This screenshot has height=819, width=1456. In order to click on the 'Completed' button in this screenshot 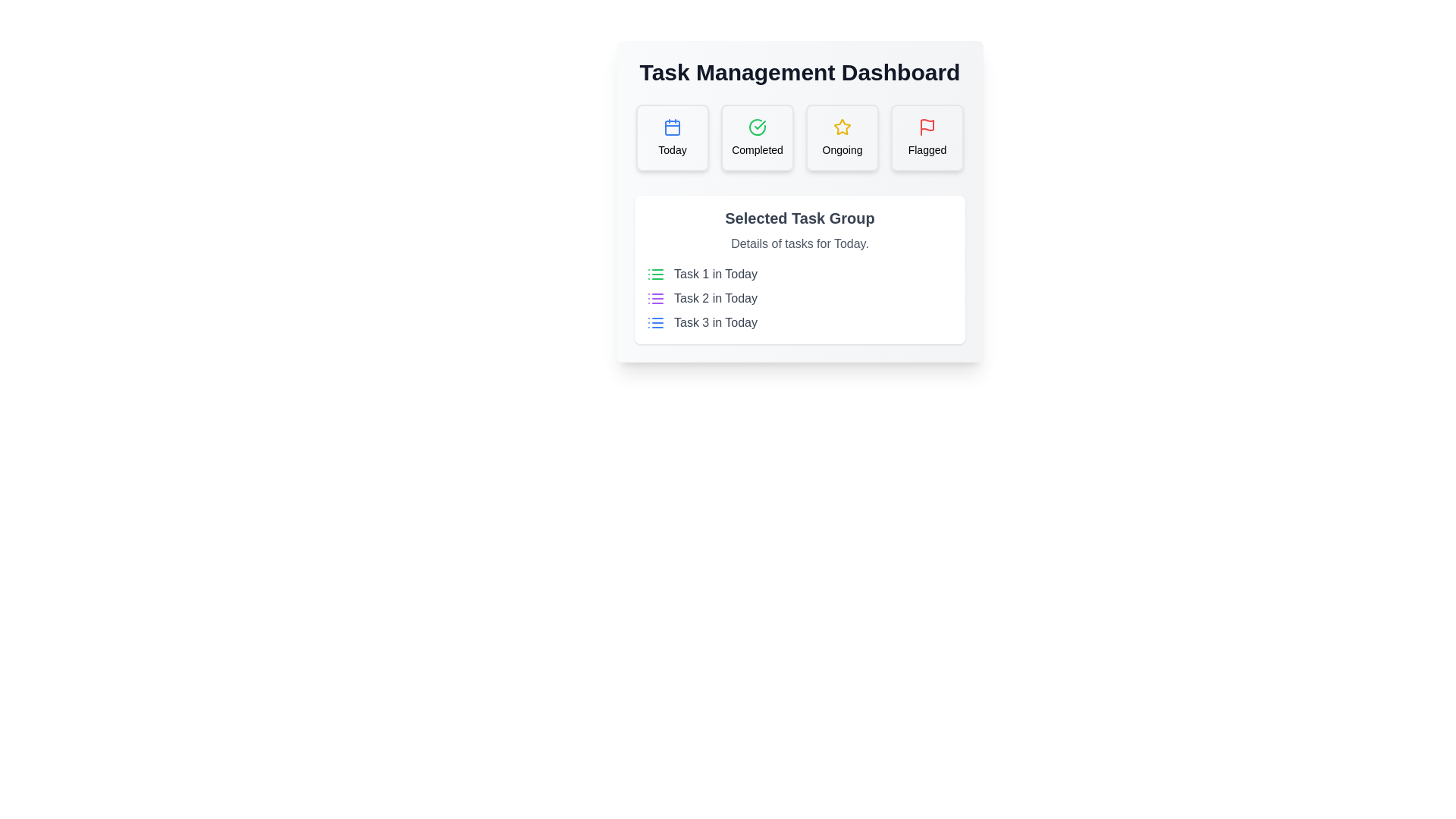, I will do `click(757, 137)`.